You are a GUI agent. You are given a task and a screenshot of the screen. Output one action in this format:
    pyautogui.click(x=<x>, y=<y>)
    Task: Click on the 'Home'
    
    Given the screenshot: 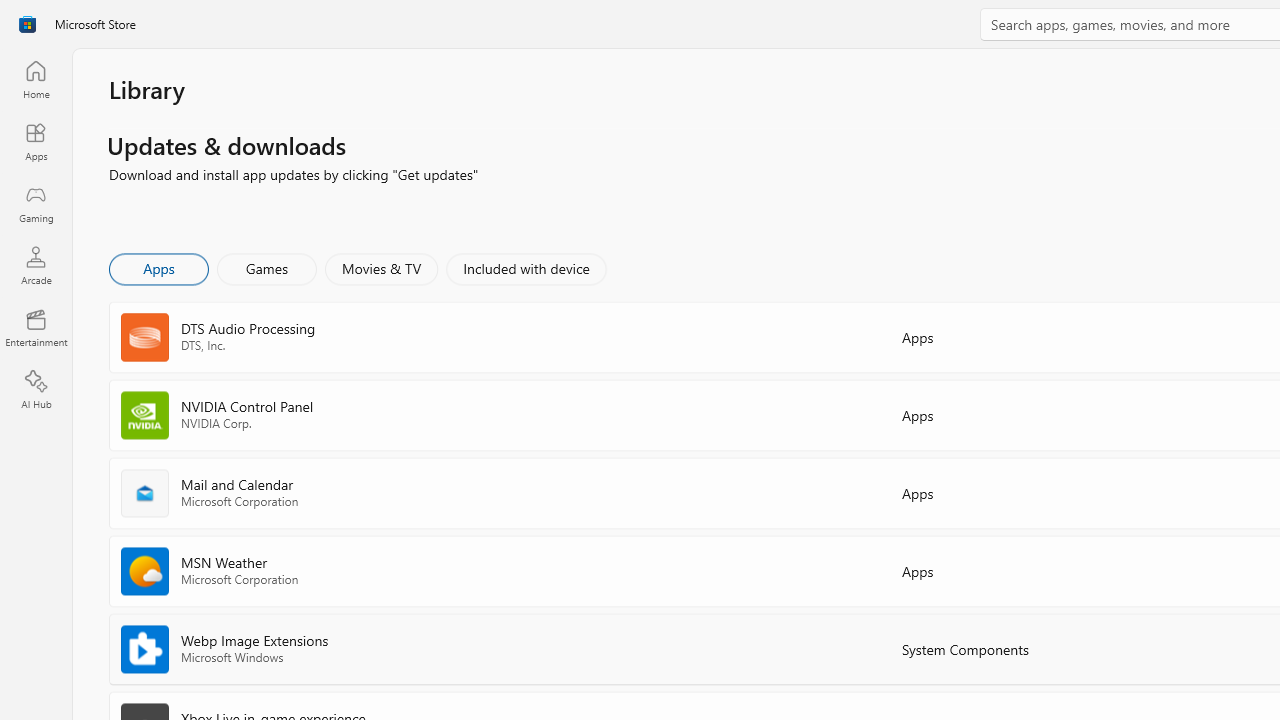 What is the action you would take?
    pyautogui.click(x=35, y=78)
    